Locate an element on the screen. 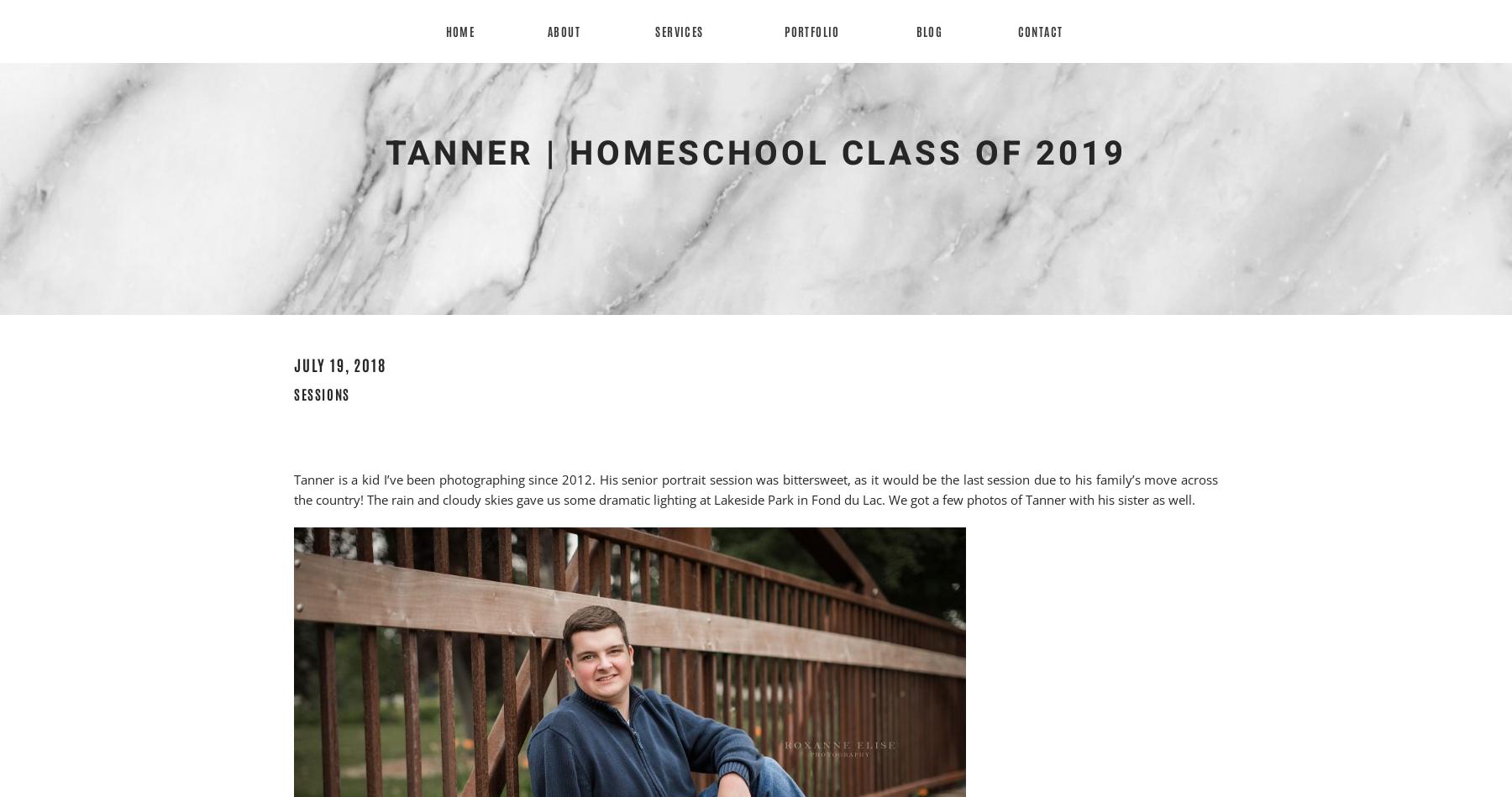  'ABOUT' is located at coordinates (564, 31).